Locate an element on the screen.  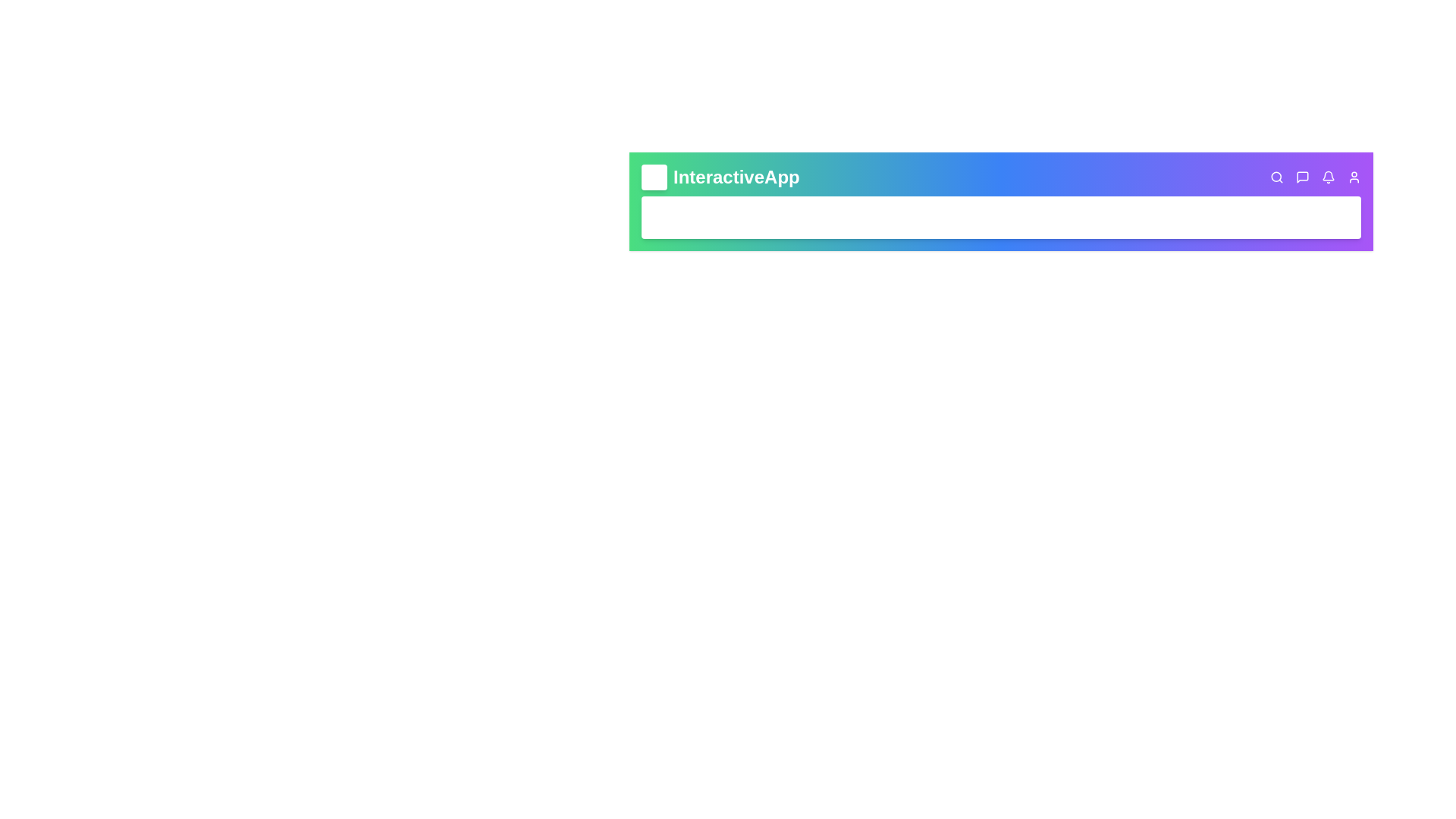
the Profile icon to perform its associated action is located at coordinates (1354, 177).